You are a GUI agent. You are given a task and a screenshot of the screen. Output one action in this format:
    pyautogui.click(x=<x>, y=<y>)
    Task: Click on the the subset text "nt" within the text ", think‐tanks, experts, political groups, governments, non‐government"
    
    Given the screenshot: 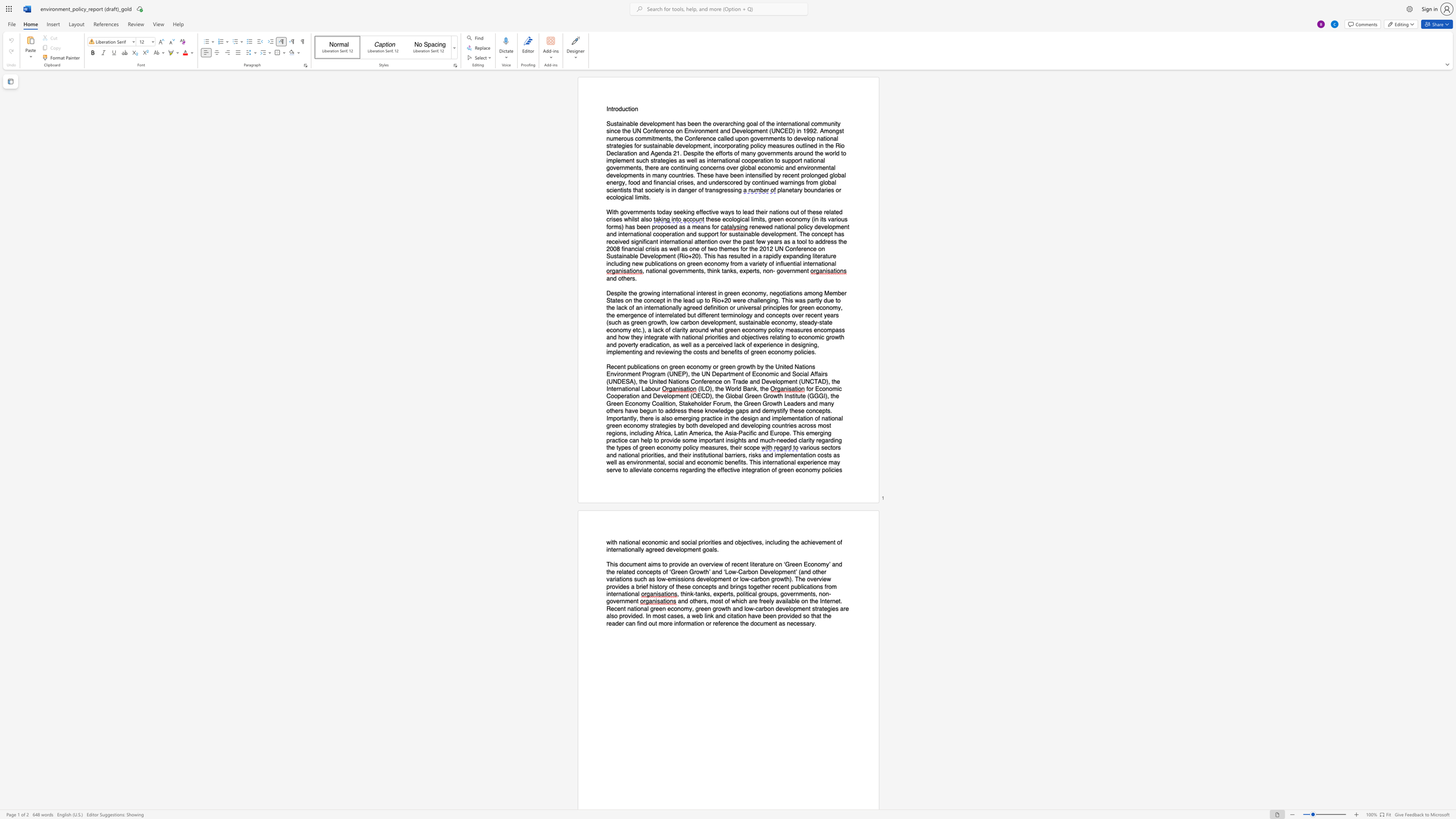 What is the action you would take?
    pyautogui.click(x=633, y=601)
    